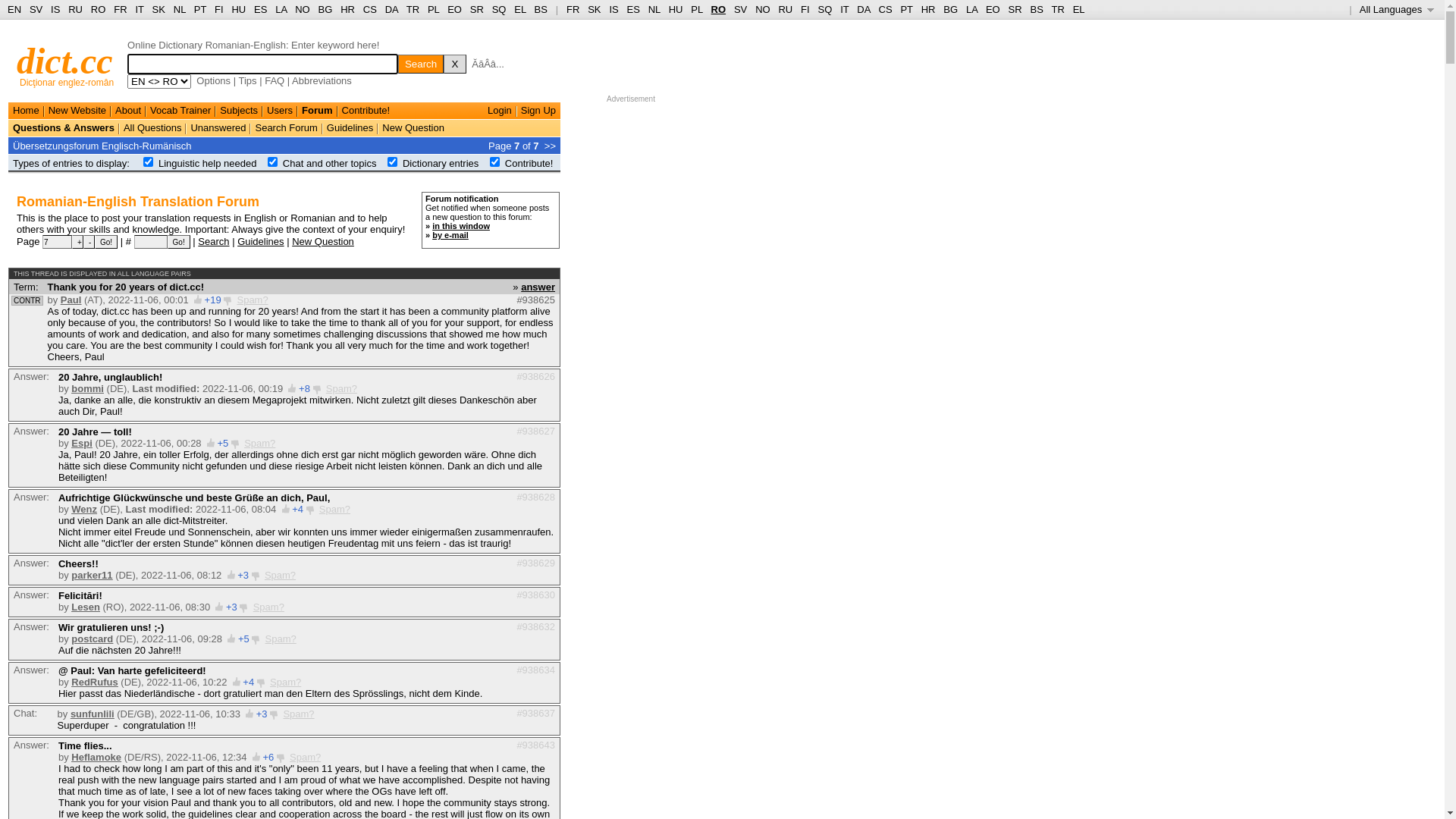 This screenshot has width=1456, height=819. Describe the element at coordinates (516, 562) in the screenshot. I see `'#938629'` at that location.